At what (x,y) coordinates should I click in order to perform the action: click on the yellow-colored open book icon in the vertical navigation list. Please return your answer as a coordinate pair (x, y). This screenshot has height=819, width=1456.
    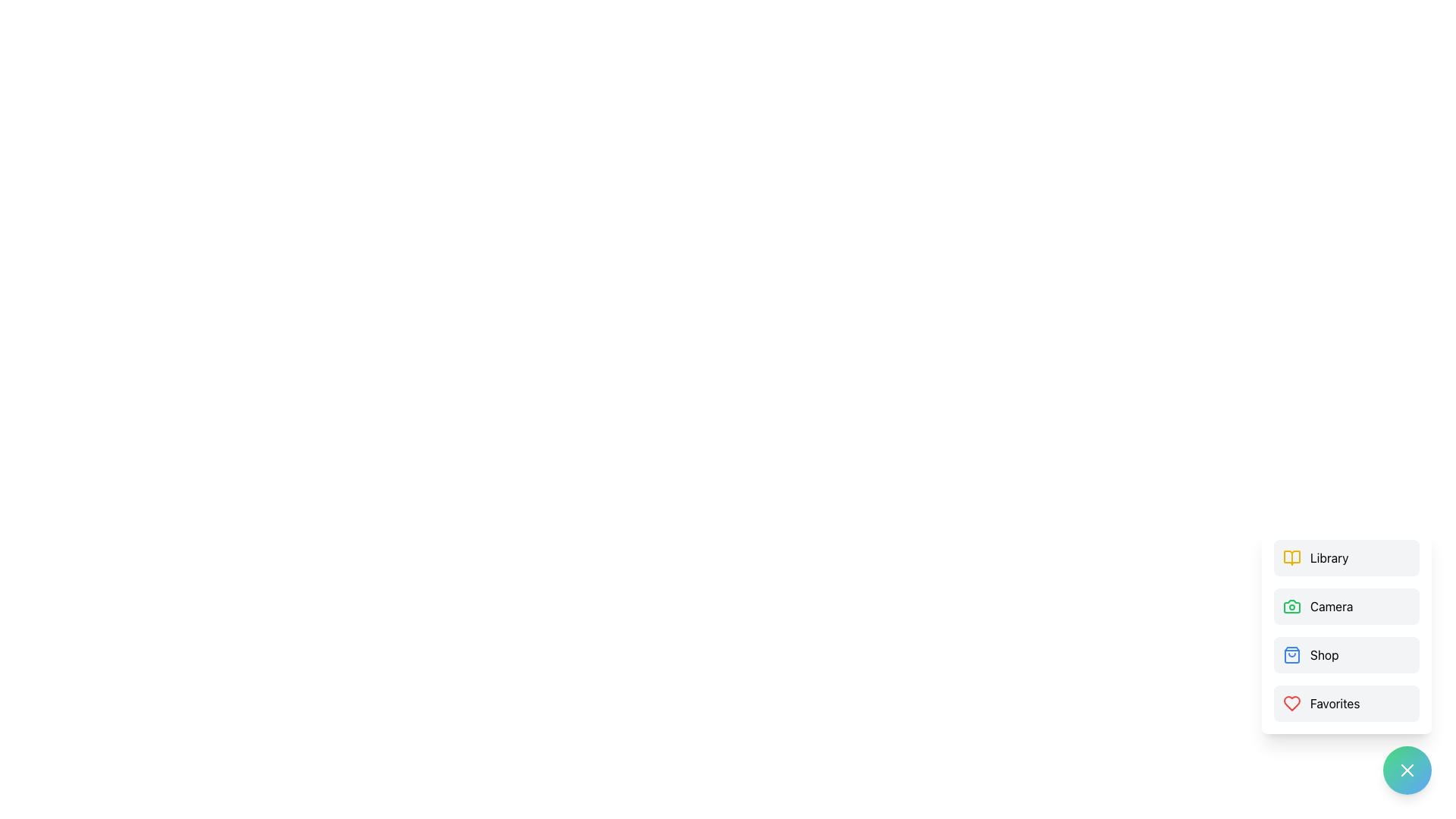
    Looking at the image, I should click on (1291, 558).